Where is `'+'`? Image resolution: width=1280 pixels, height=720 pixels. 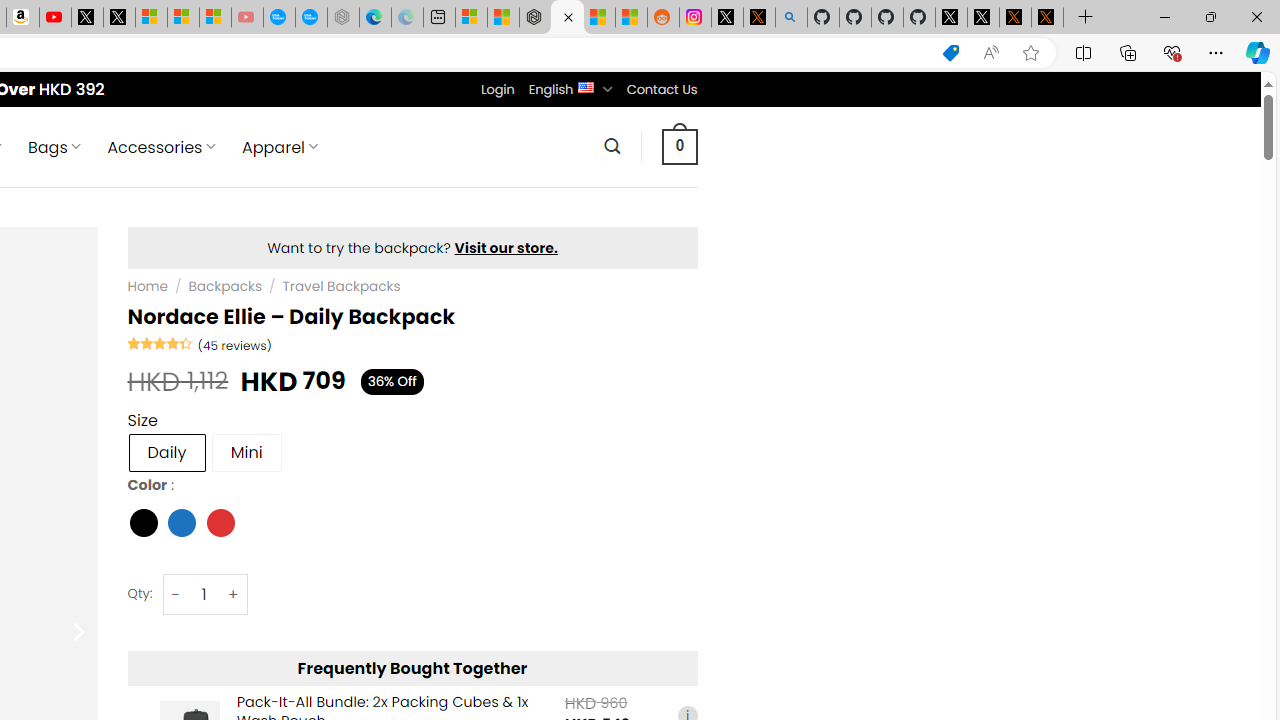 '+' is located at coordinates (234, 593).